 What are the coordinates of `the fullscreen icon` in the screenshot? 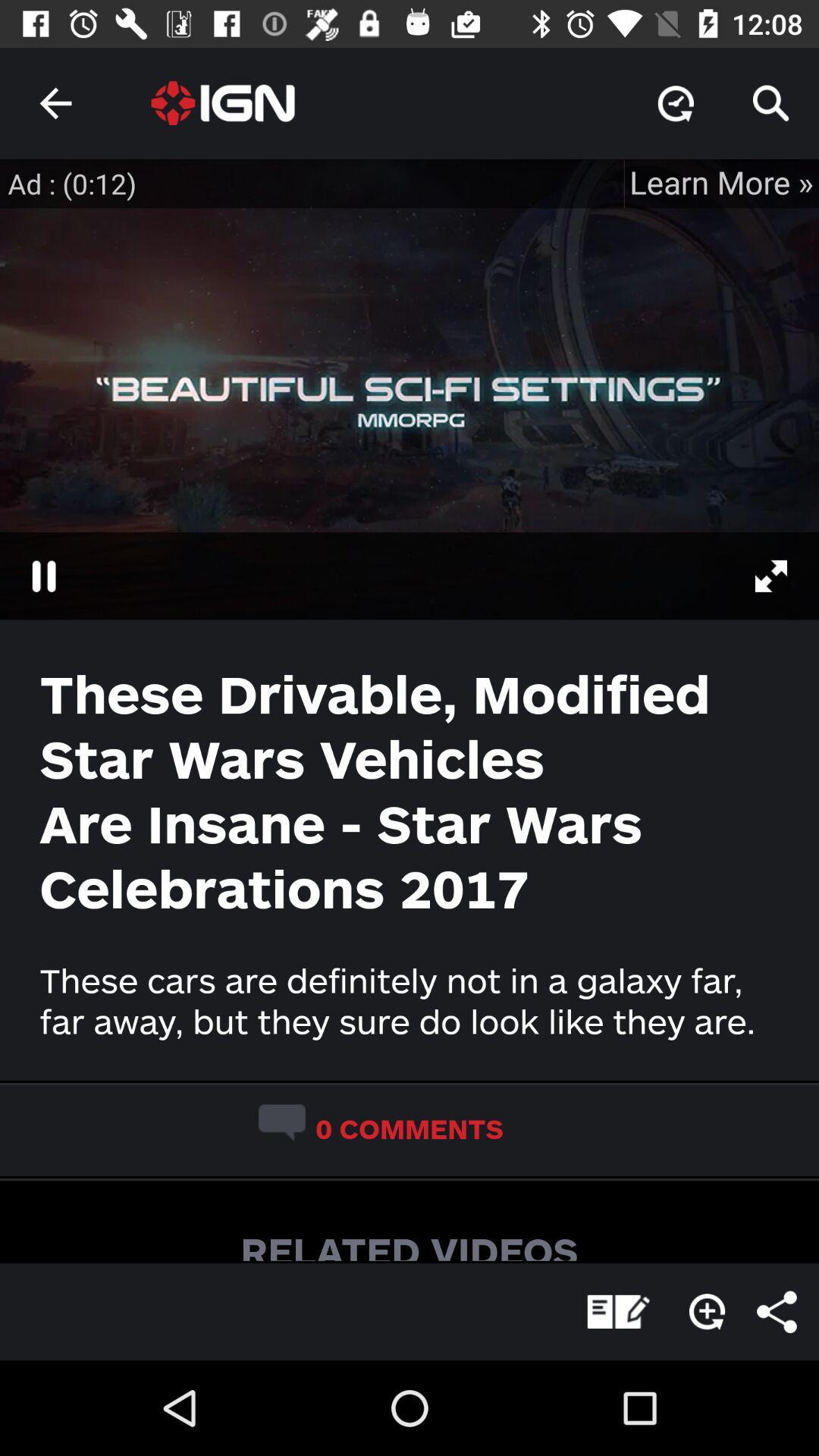 It's located at (779, 575).